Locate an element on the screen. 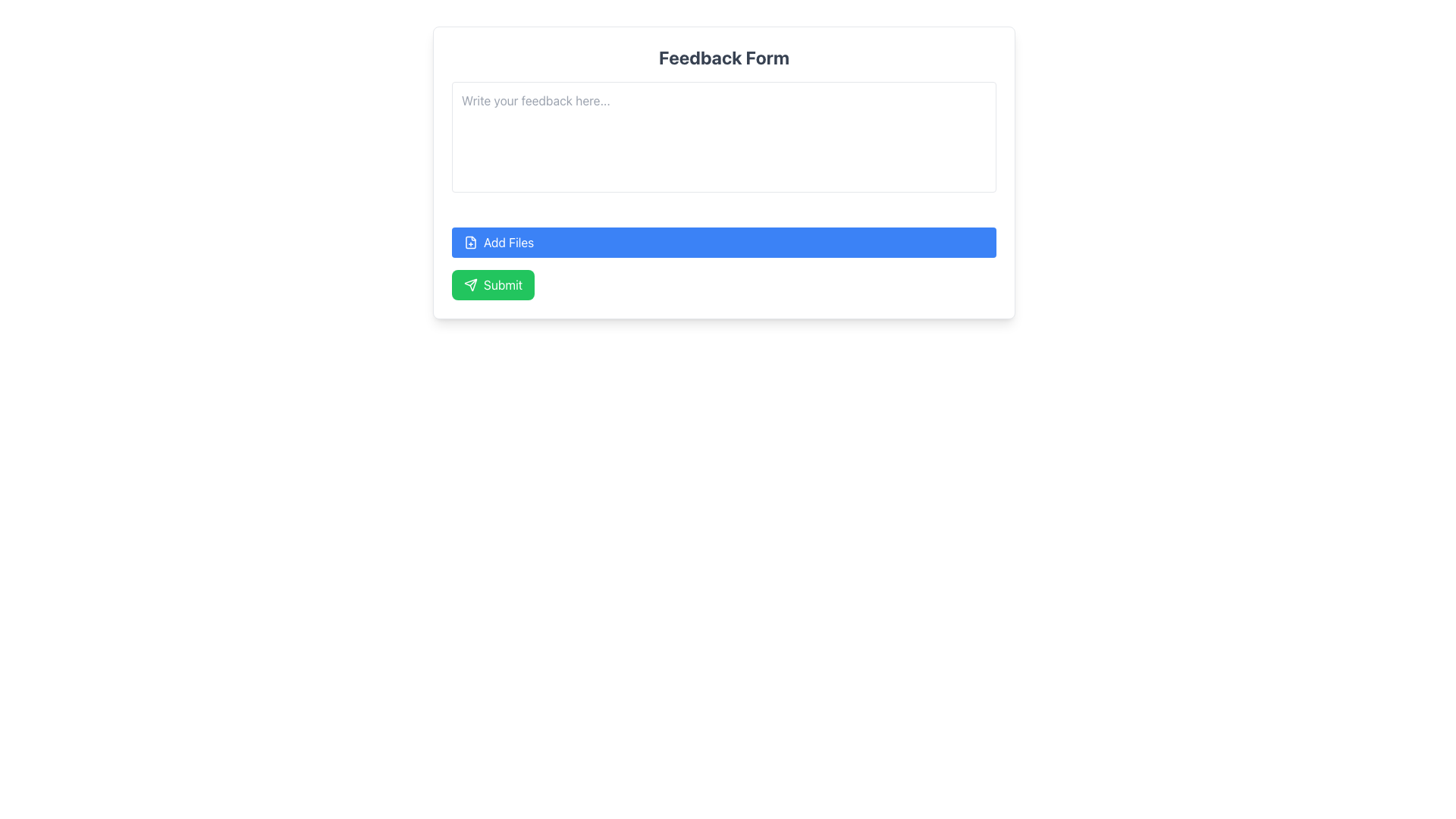 Image resolution: width=1456 pixels, height=819 pixels. the feedback submission button located at the bottom of the 'Feedback Form' interface is located at coordinates (493, 284).